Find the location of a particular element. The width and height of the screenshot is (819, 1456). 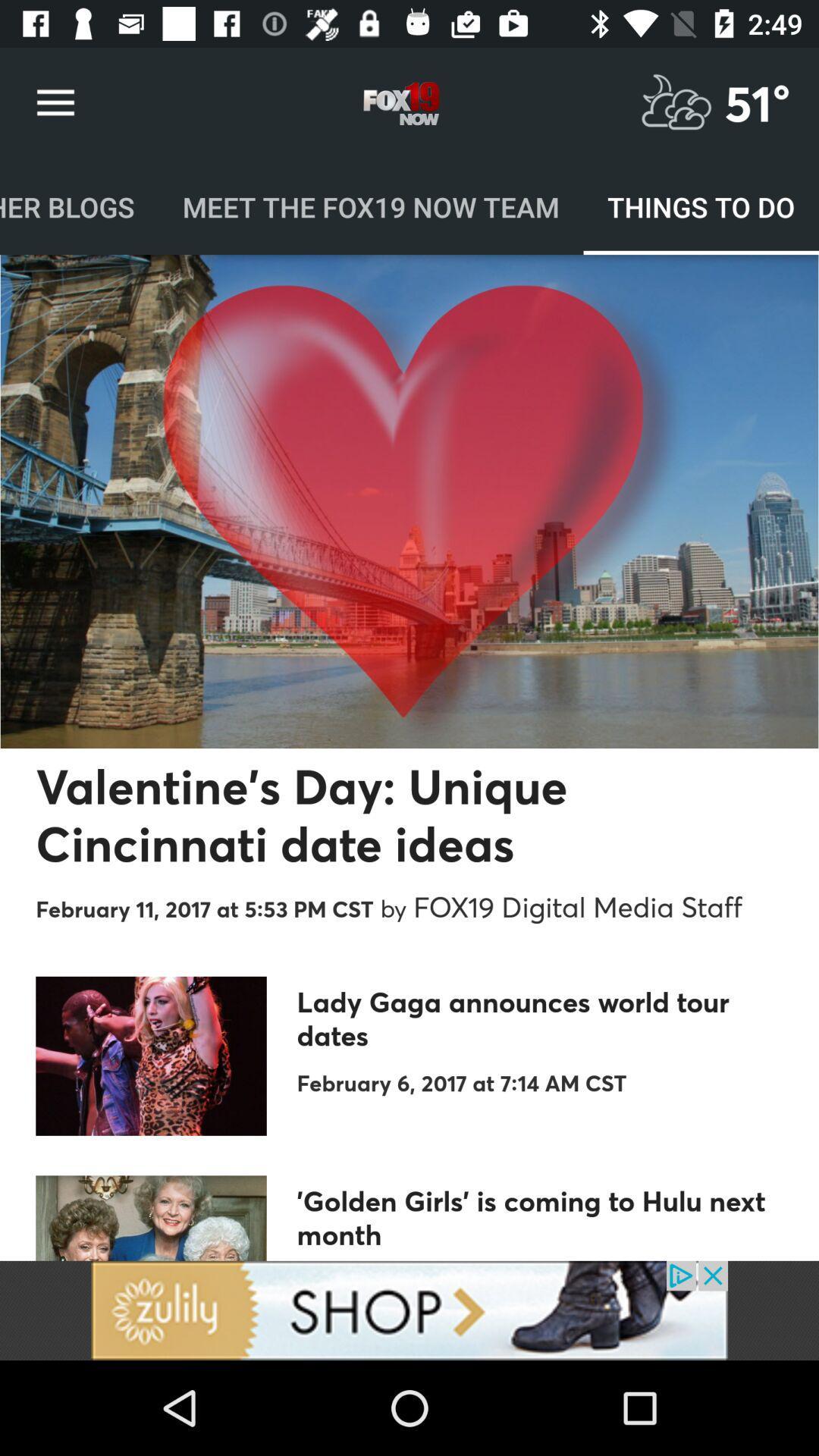

weather button is located at coordinates (676, 102).